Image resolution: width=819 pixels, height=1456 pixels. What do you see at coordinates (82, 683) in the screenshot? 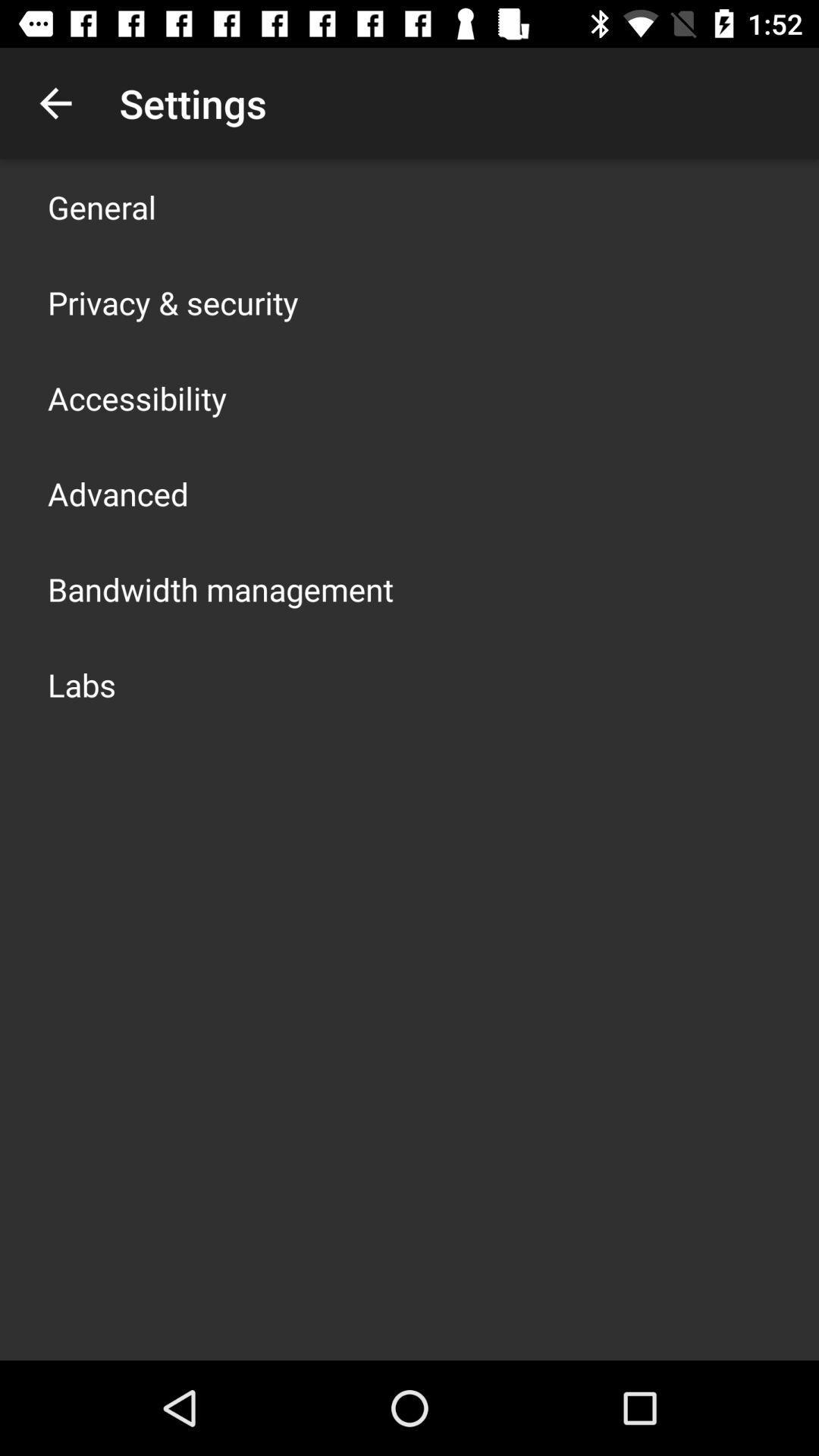
I see `labs item` at bounding box center [82, 683].